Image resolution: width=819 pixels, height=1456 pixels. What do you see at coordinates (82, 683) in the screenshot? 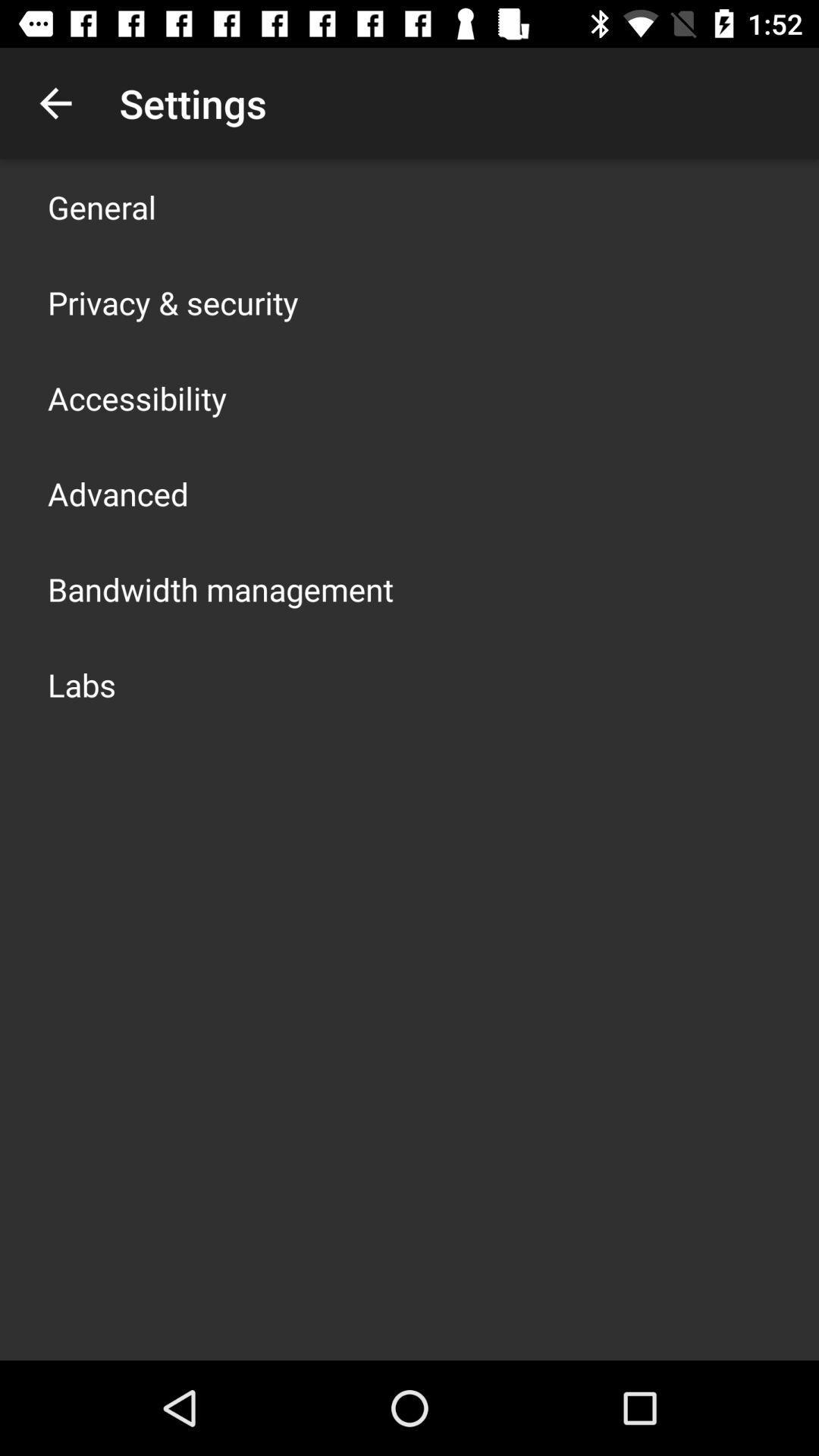
I see `labs item` at bounding box center [82, 683].